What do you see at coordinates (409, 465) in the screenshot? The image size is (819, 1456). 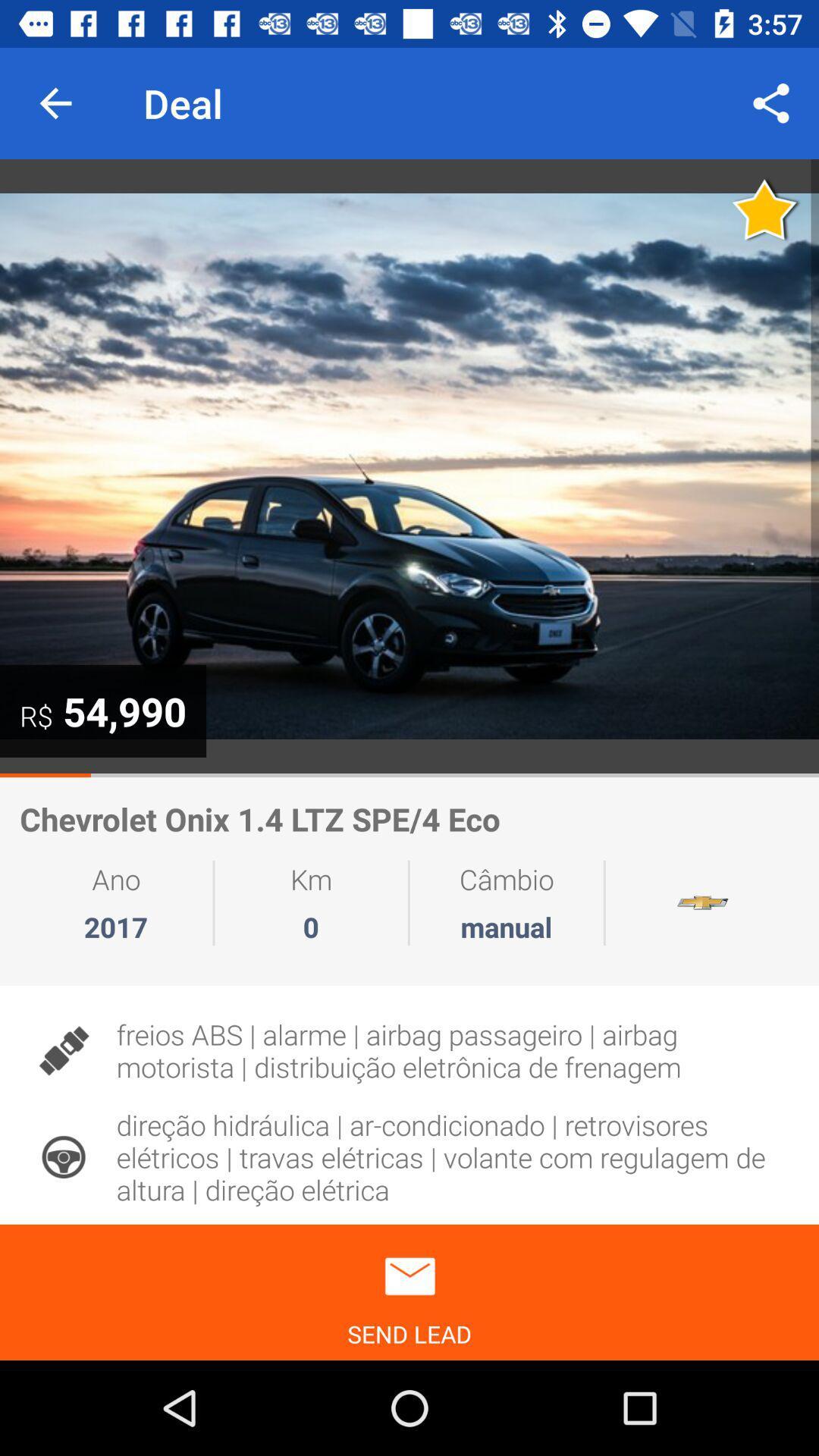 I see `press to expand` at bounding box center [409, 465].